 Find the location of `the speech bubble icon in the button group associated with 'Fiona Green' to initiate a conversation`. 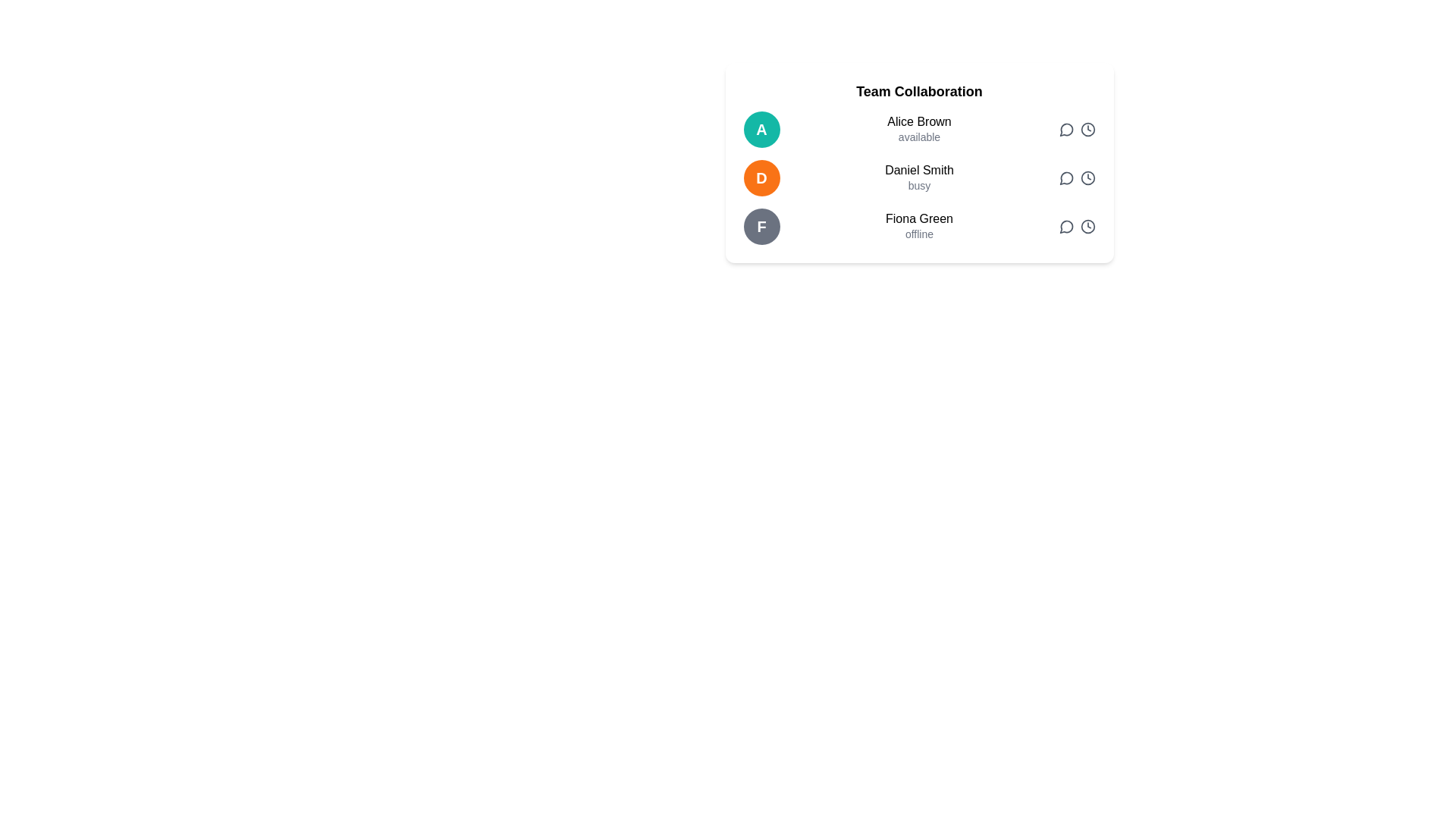

the speech bubble icon in the button group associated with 'Fiona Green' to initiate a conversation is located at coordinates (1076, 227).